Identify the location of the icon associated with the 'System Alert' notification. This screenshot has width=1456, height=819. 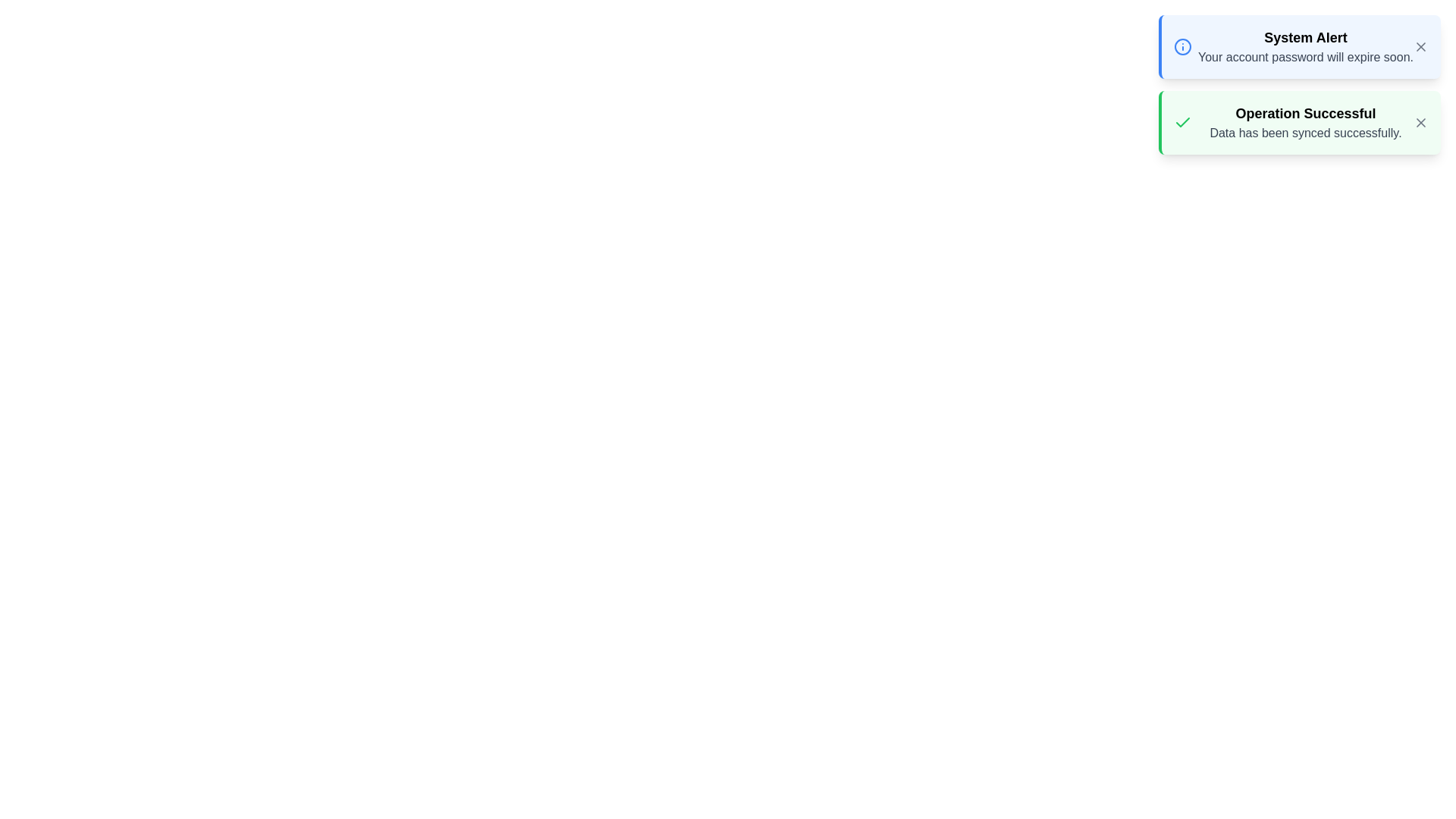
(1182, 45).